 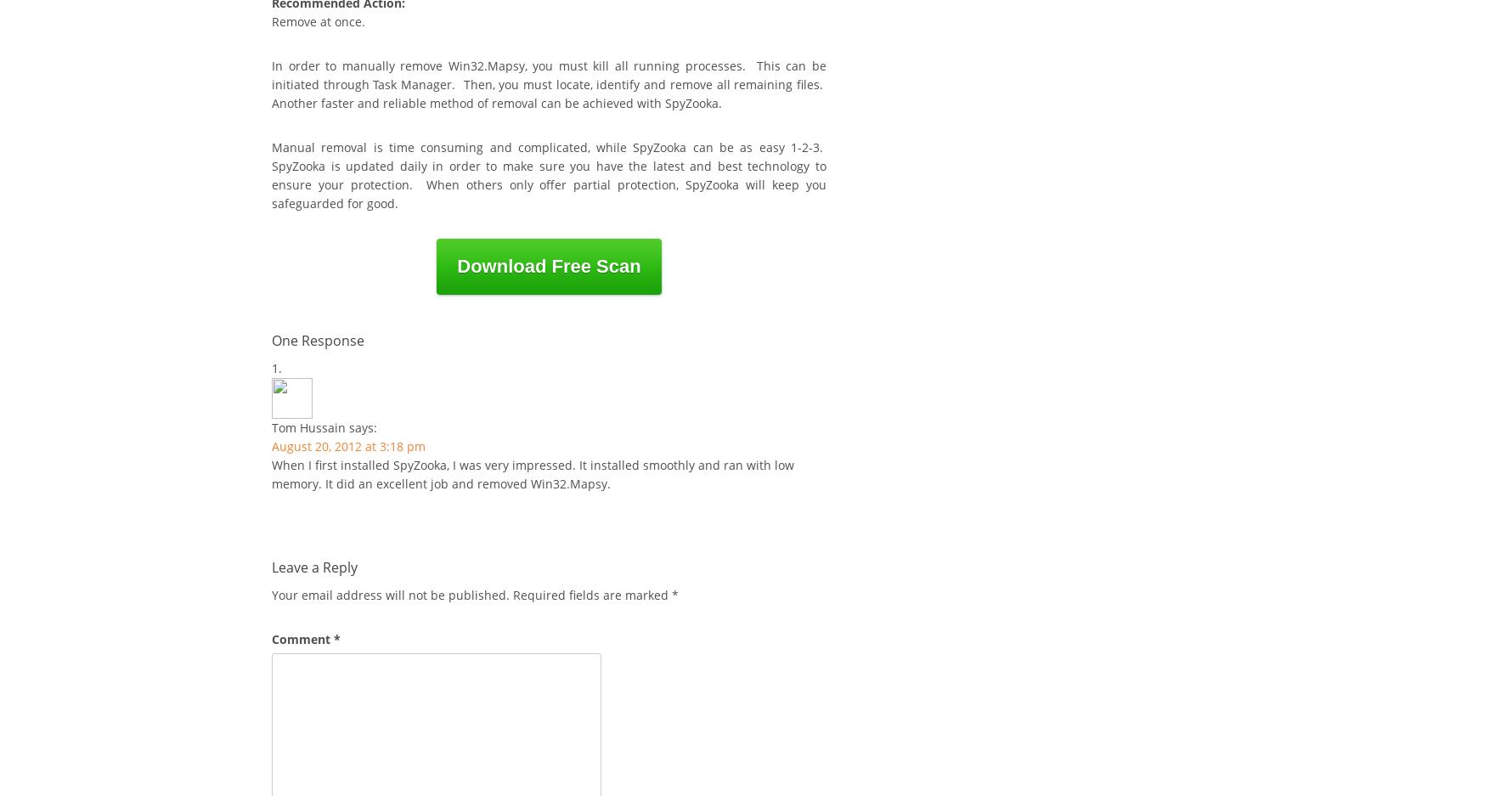 What do you see at coordinates (549, 83) in the screenshot?
I see `'In order to manually remove Win32.Mapsy, you must kill all running processes.  This can be initiated through Task Manager.  Then, you must locate, identify and remove all remaining files.  Another faster and reliable method of removal can be achieved with SpyZooka.'` at bounding box center [549, 83].